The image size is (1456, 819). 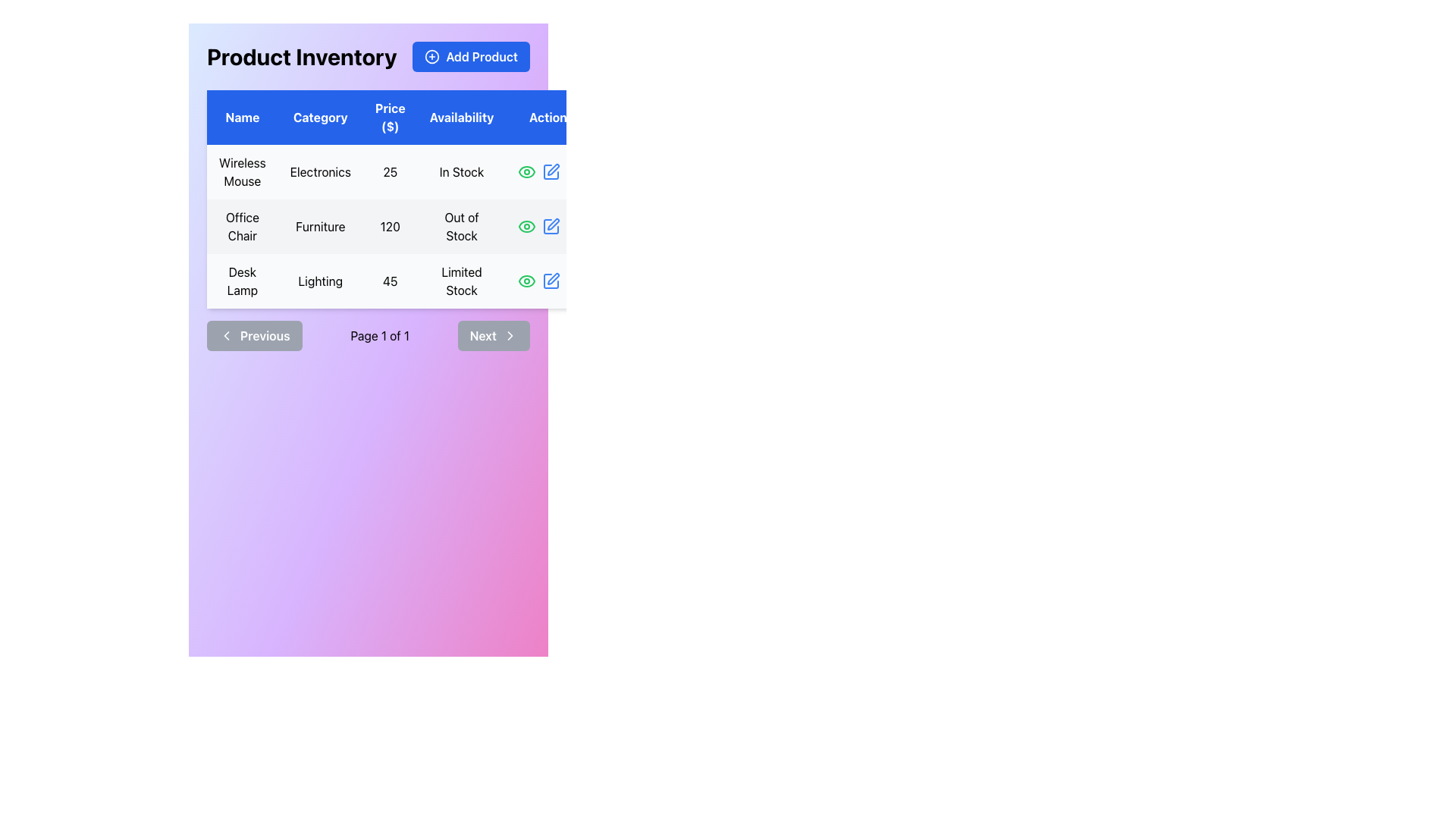 What do you see at coordinates (551, 171) in the screenshot?
I see `the edit icon button located in the 'Actions' column of the first row in the table` at bounding box center [551, 171].